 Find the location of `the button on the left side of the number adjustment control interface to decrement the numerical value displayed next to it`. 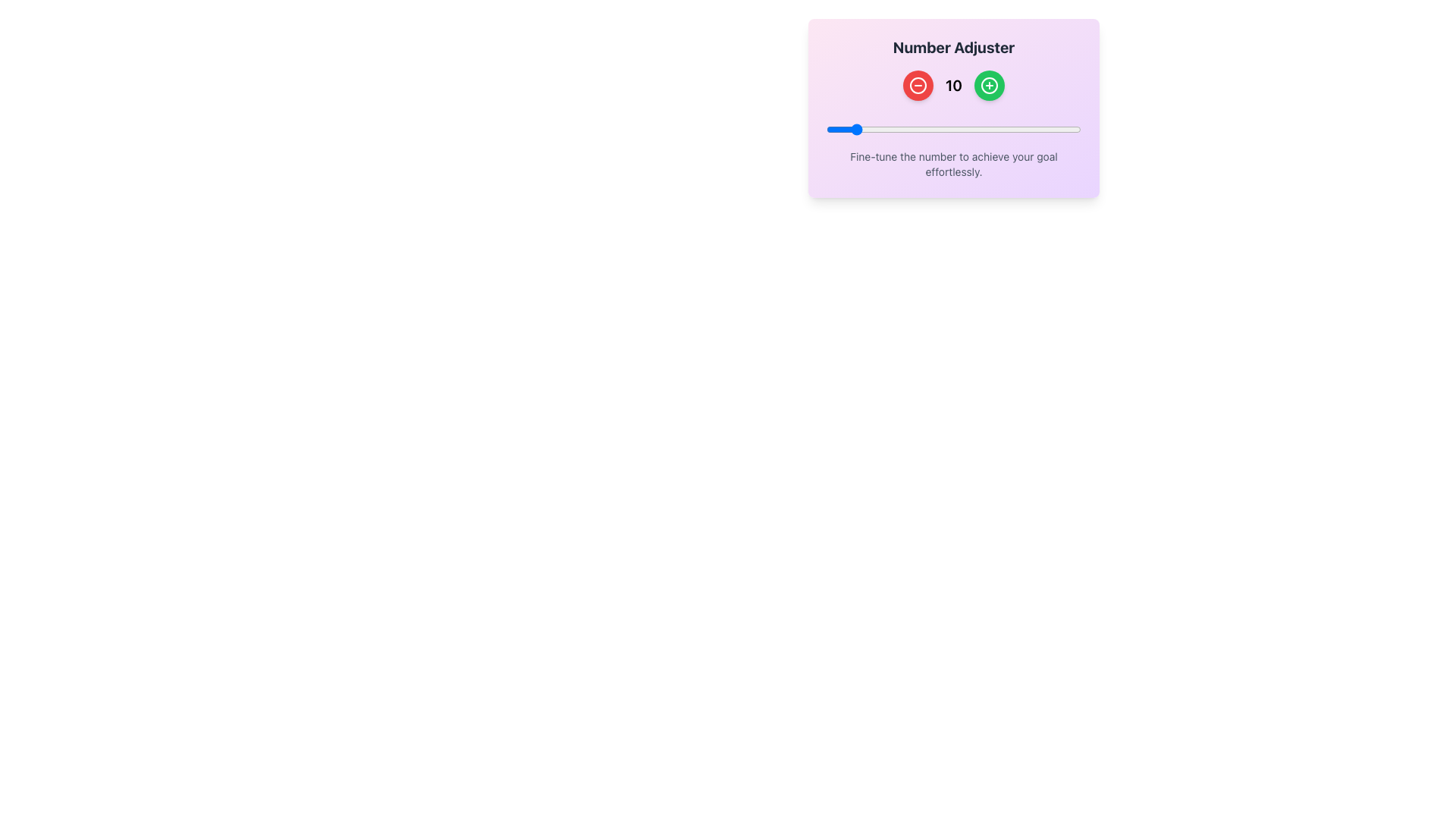

the button on the left side of the number adjustment control interface to decrement the numerical value displayed next to it is located at coordinates (917, 85).